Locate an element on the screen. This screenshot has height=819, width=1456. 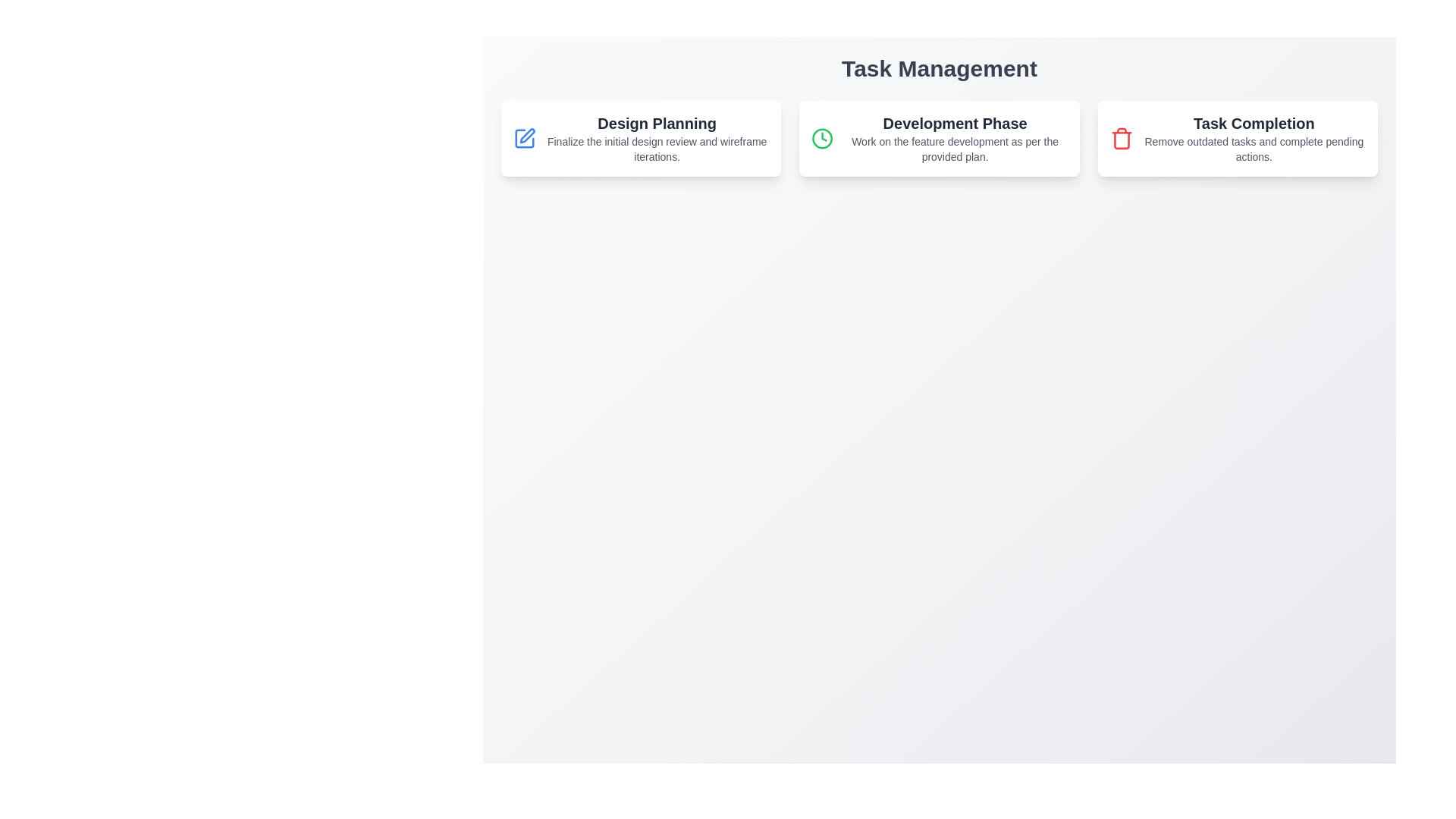
the text label in the rightmost column of the second row is located at coordinates (1254, 122).